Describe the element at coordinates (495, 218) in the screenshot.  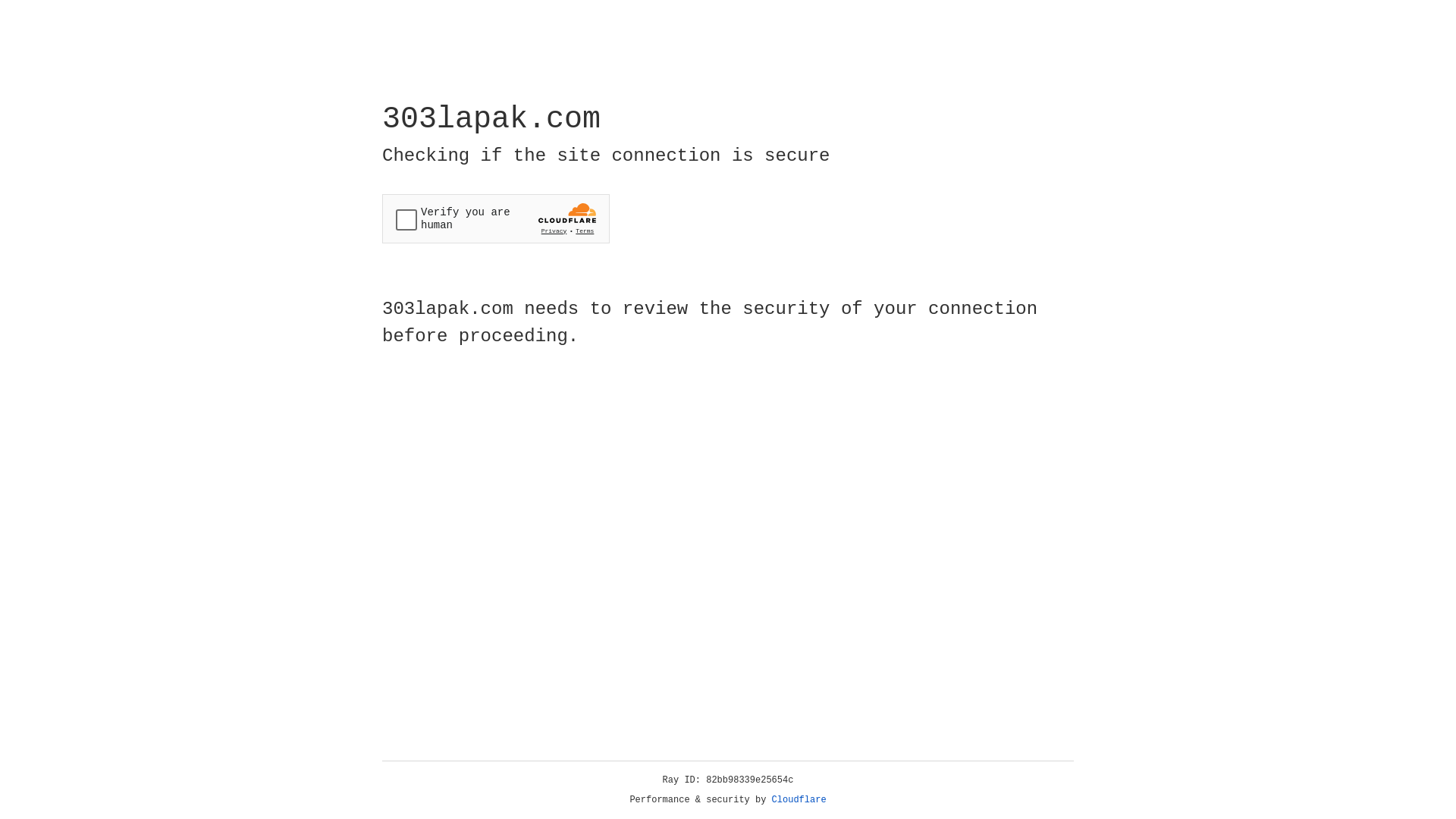
I see `'Widget containing a Cloudflare security challenge'` at that location.